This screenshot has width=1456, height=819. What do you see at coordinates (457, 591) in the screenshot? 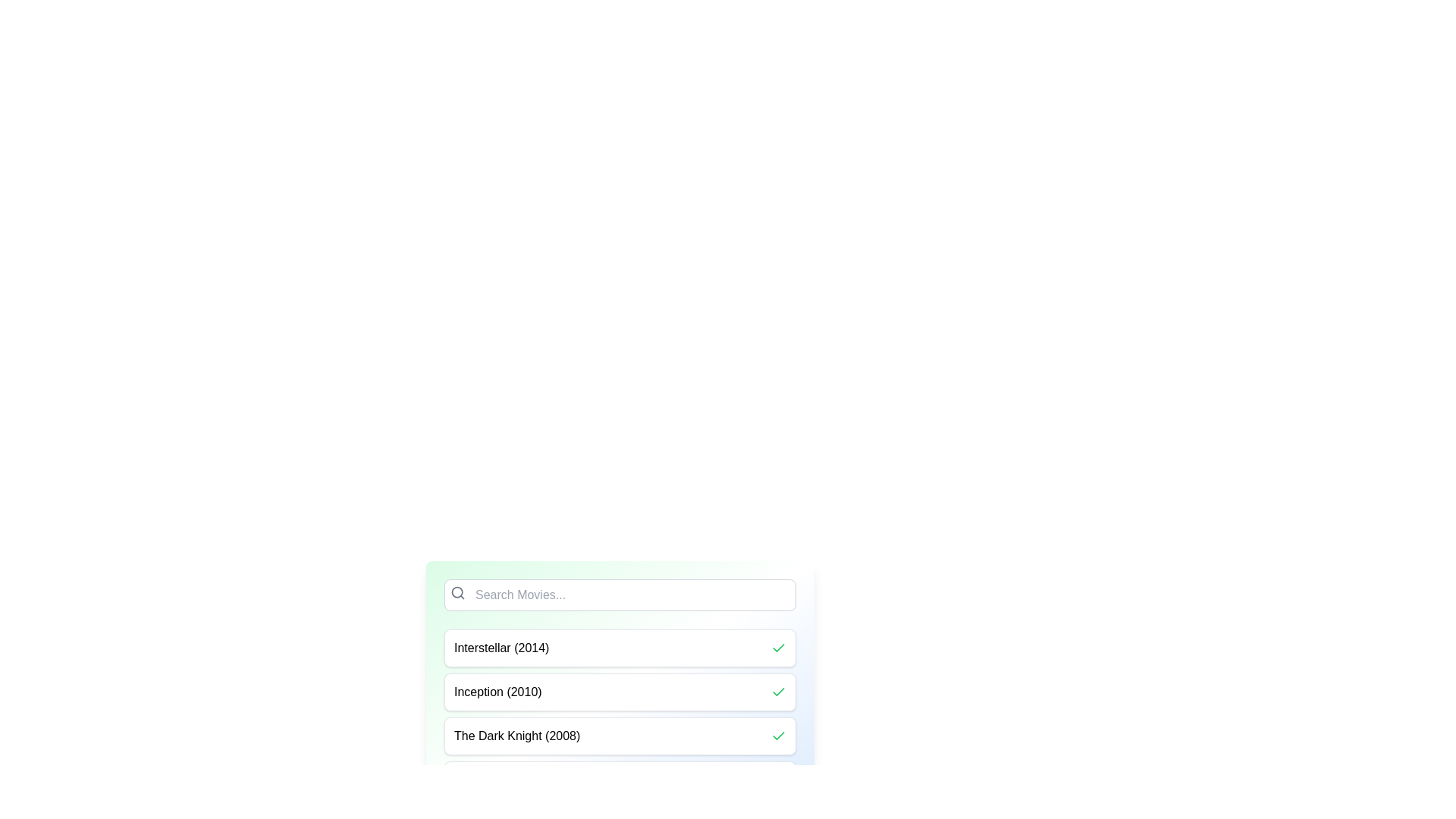
I see `the circular part of the magnifying glass icon located within the top-left region of the search input field` at bounding box center [457, 591].